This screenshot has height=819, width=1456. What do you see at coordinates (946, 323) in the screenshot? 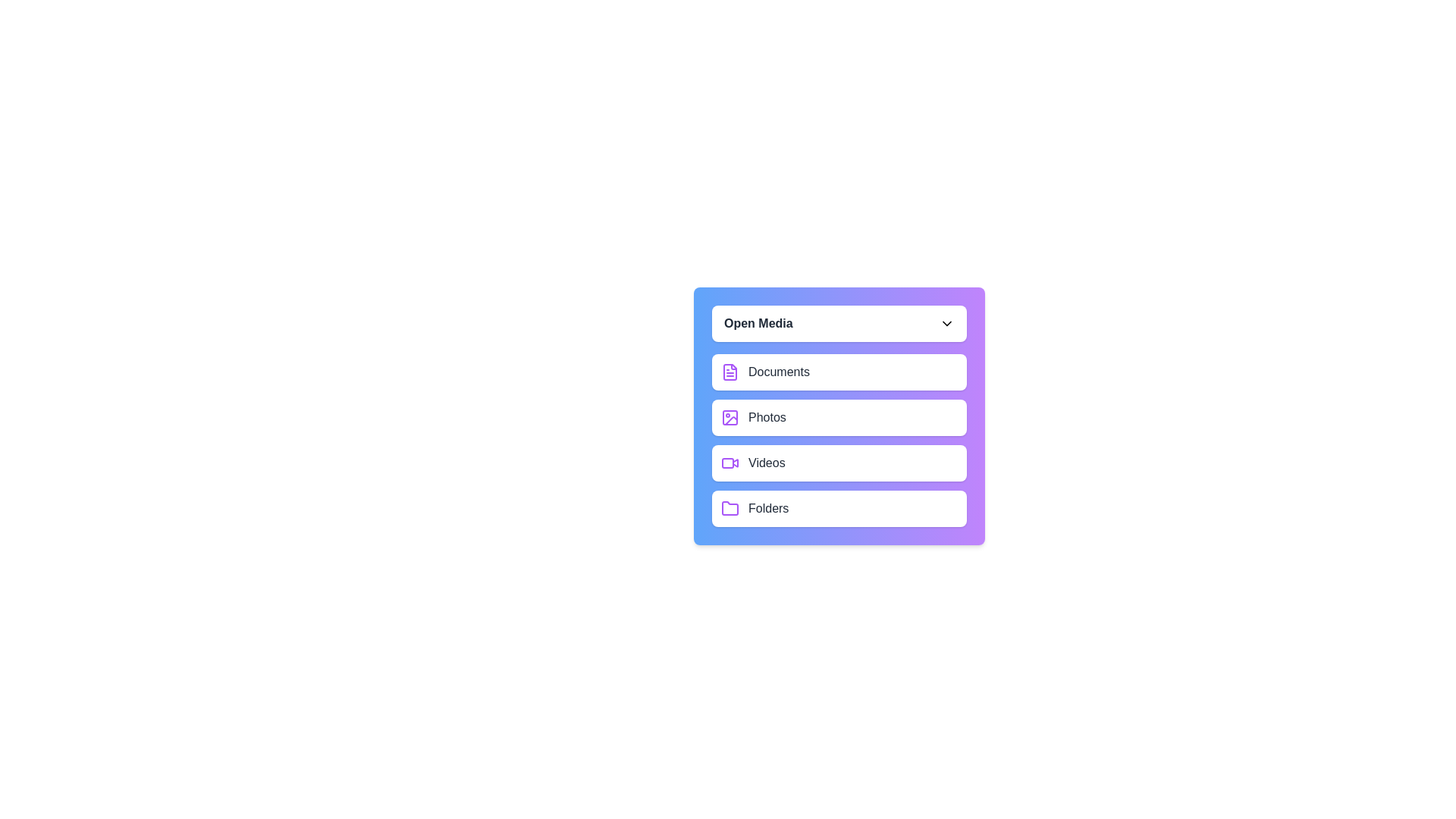
I see `the chevron icon on the right side of the 'Open Media' text` at bounding box center [946, 323].